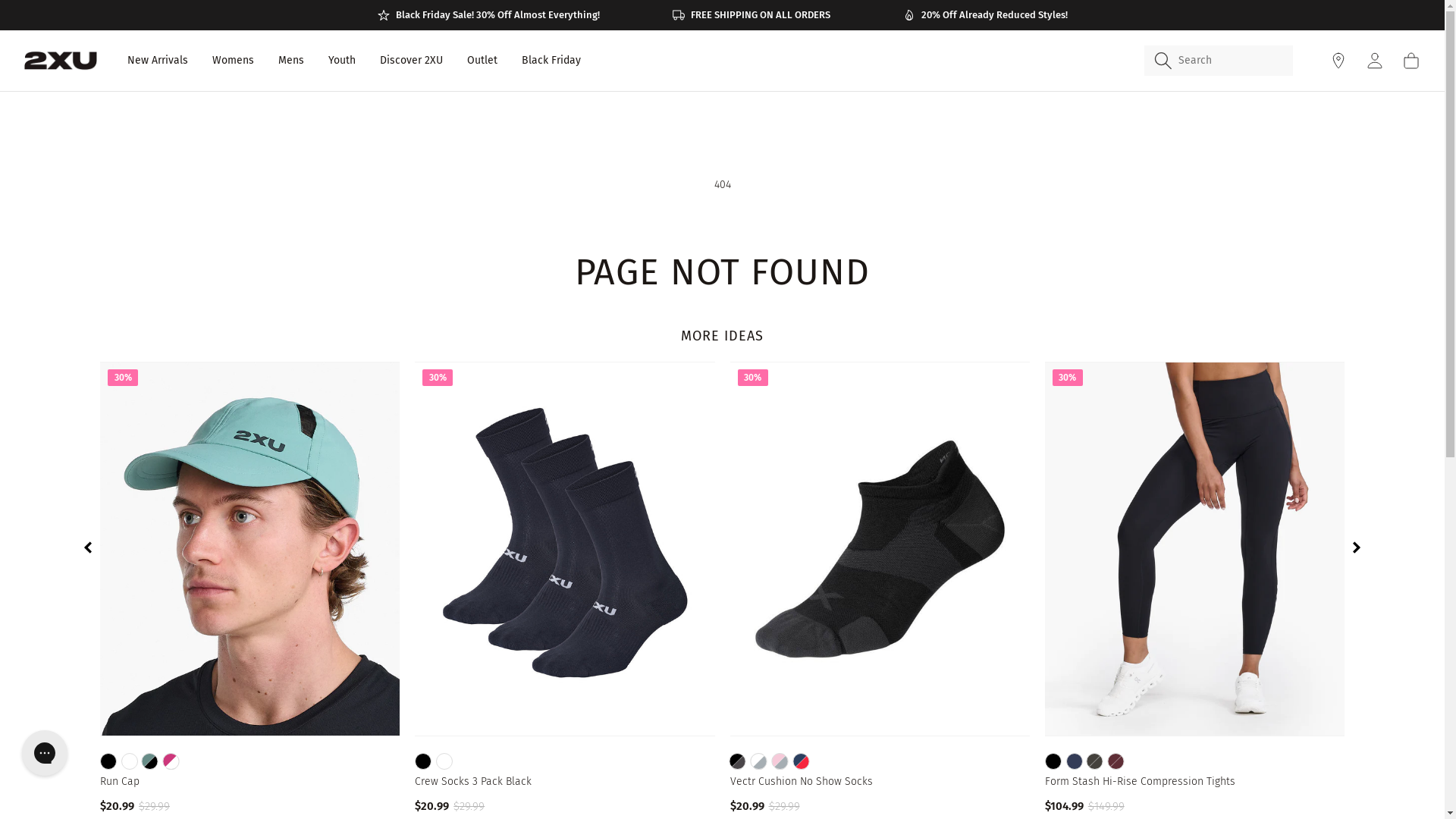 The image size is (1456, 819). What do you see at coordinates (411, 60) in the screenshot?
I see `'Discover 2XU'` at bounding box center [411, 60].